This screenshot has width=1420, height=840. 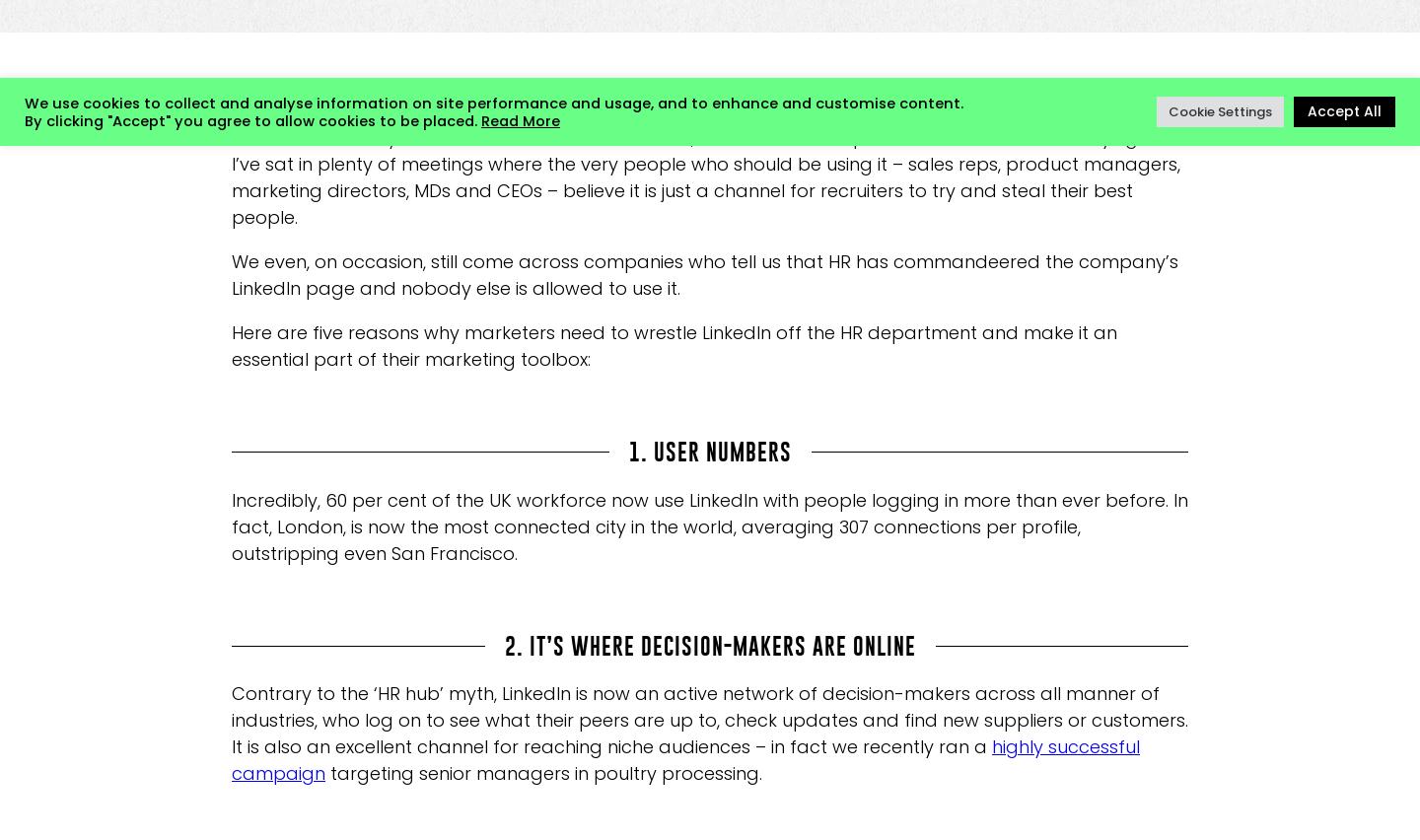 I want to click on 'Here are five reasons why marketers need to wrestle LinkedIn off the HR department and make it an essential part of their marketing toolbox:', so click(x=674, y=346).